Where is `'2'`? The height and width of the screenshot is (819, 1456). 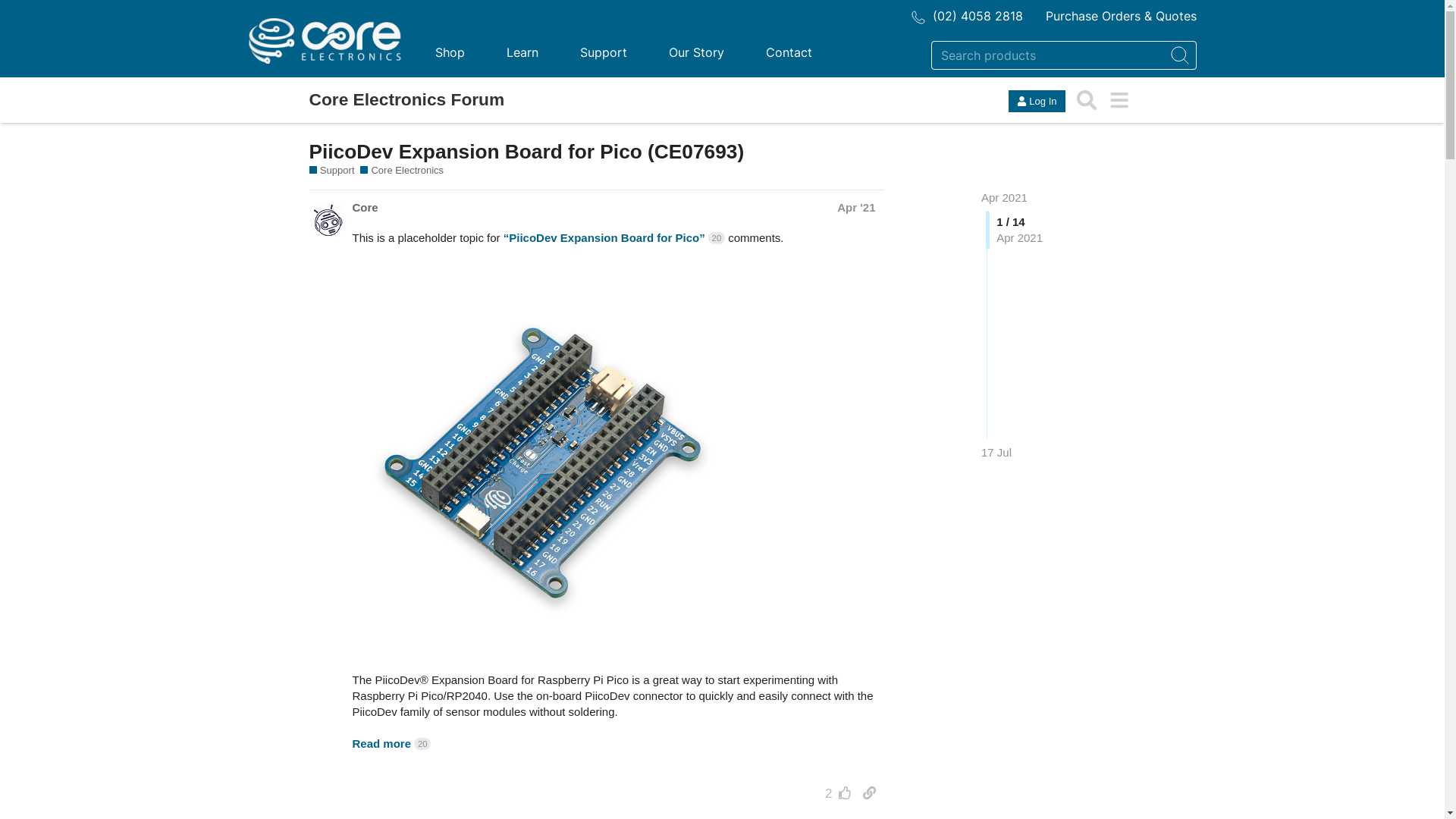 '2' is located at coordinates (833, 792).